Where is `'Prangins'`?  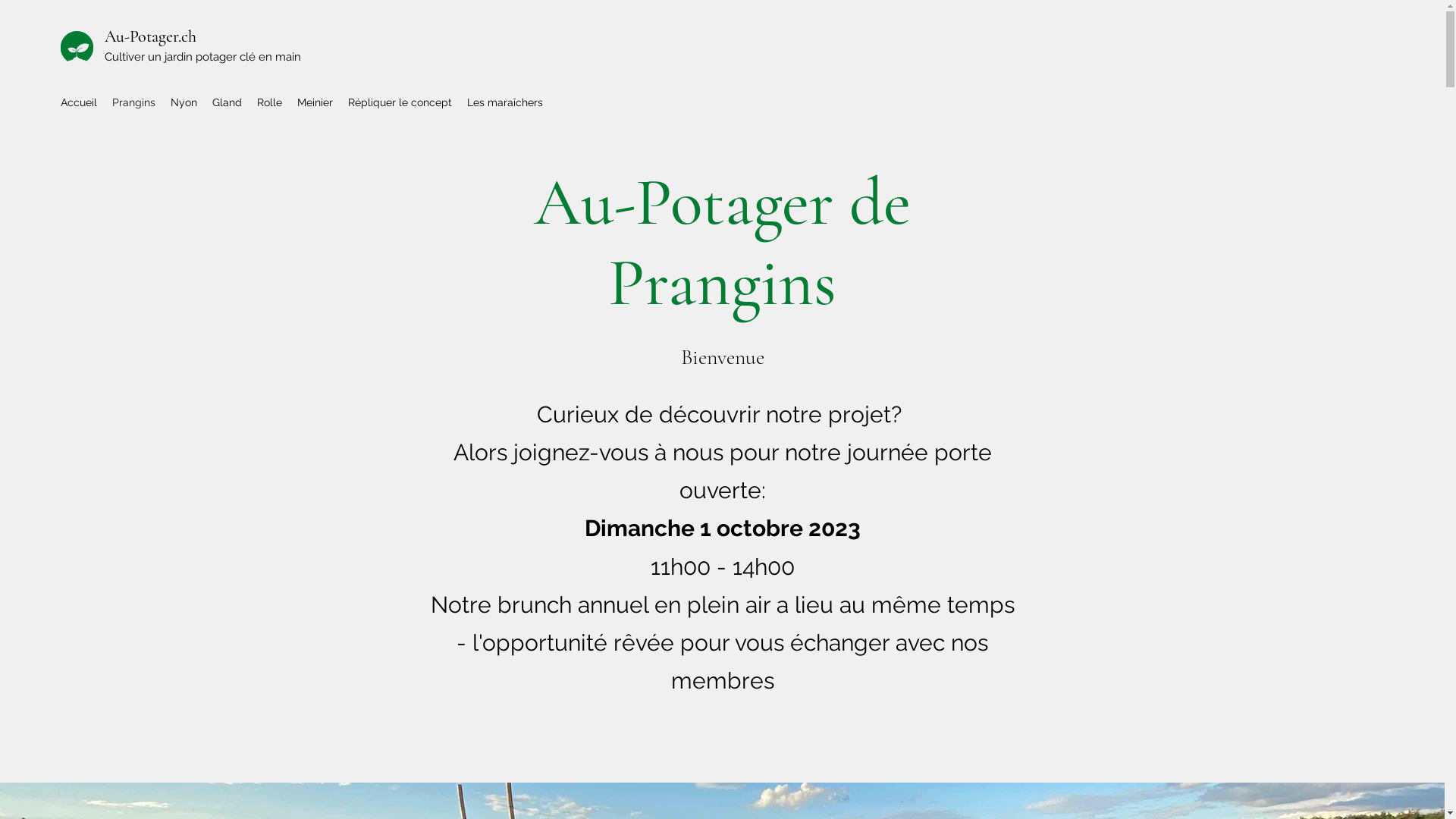 'Prangins' is located at coordinates (133, 102).